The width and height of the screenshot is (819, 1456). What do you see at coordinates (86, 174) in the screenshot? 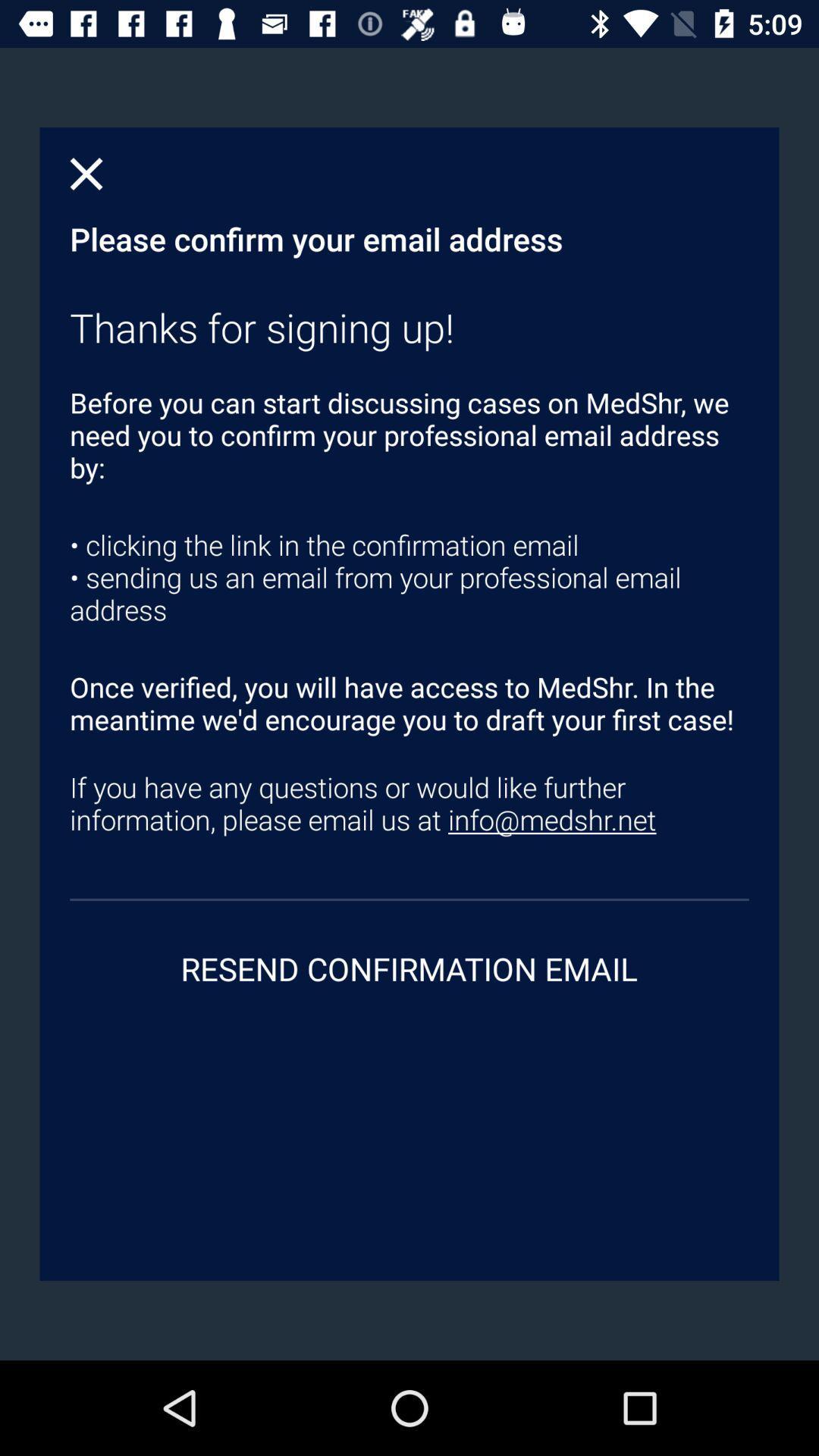
I see `icon at the top left corner` at bounding box center [86, 174].